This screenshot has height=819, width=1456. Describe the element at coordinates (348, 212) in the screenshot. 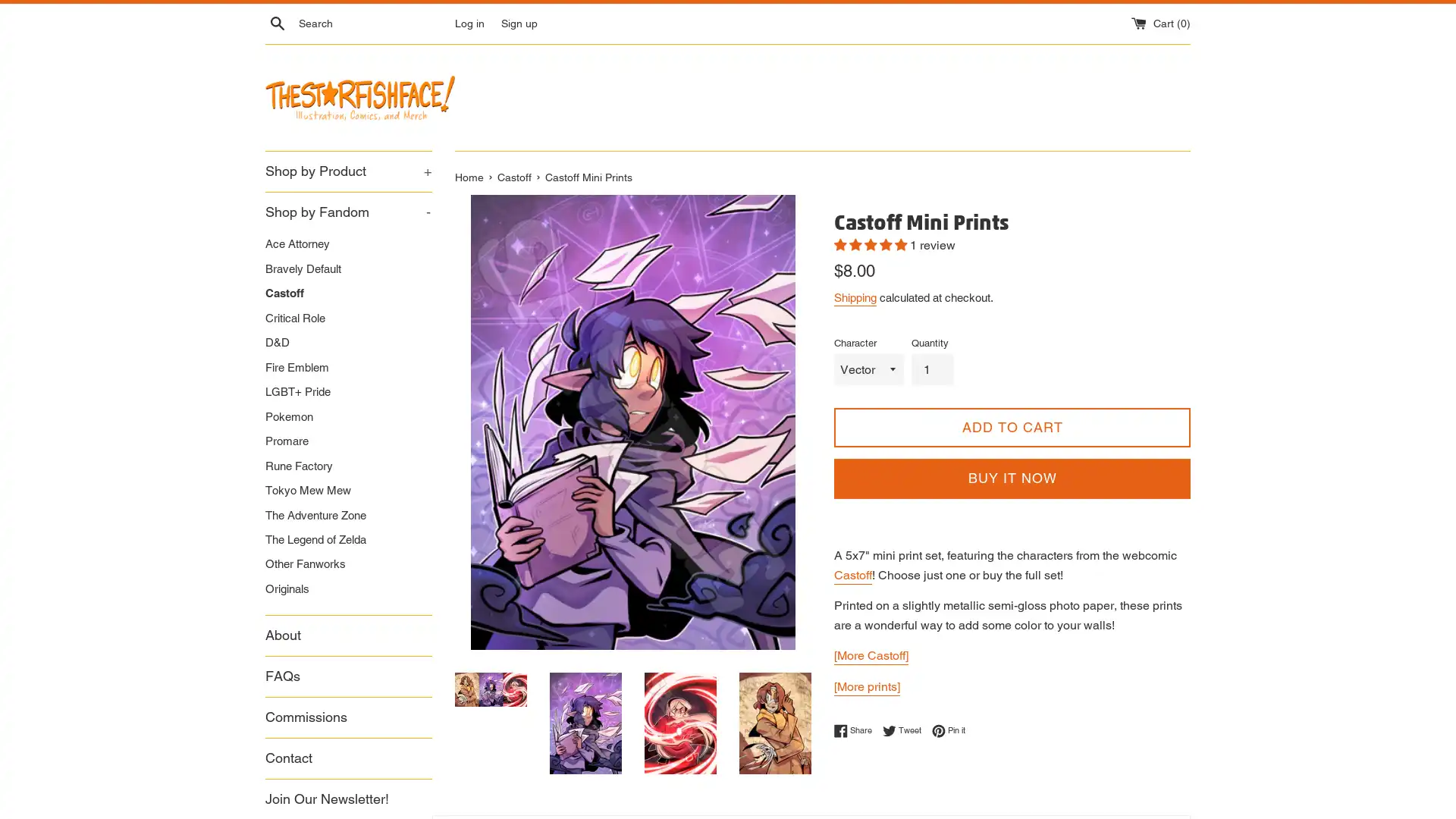

I see `Shop by Fandom` at that location.